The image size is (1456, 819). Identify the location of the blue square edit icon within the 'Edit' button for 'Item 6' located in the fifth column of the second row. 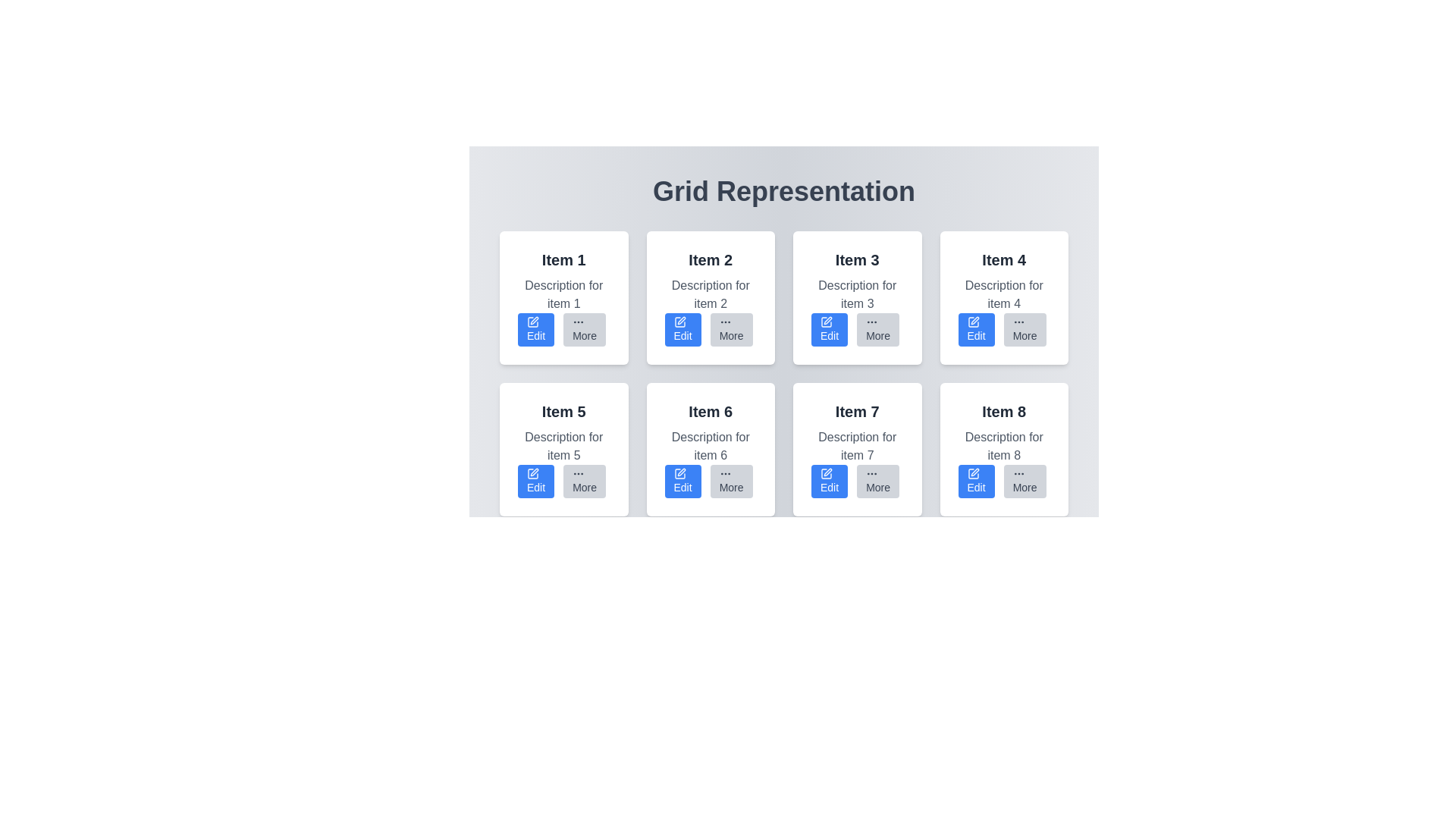
(679, 472).